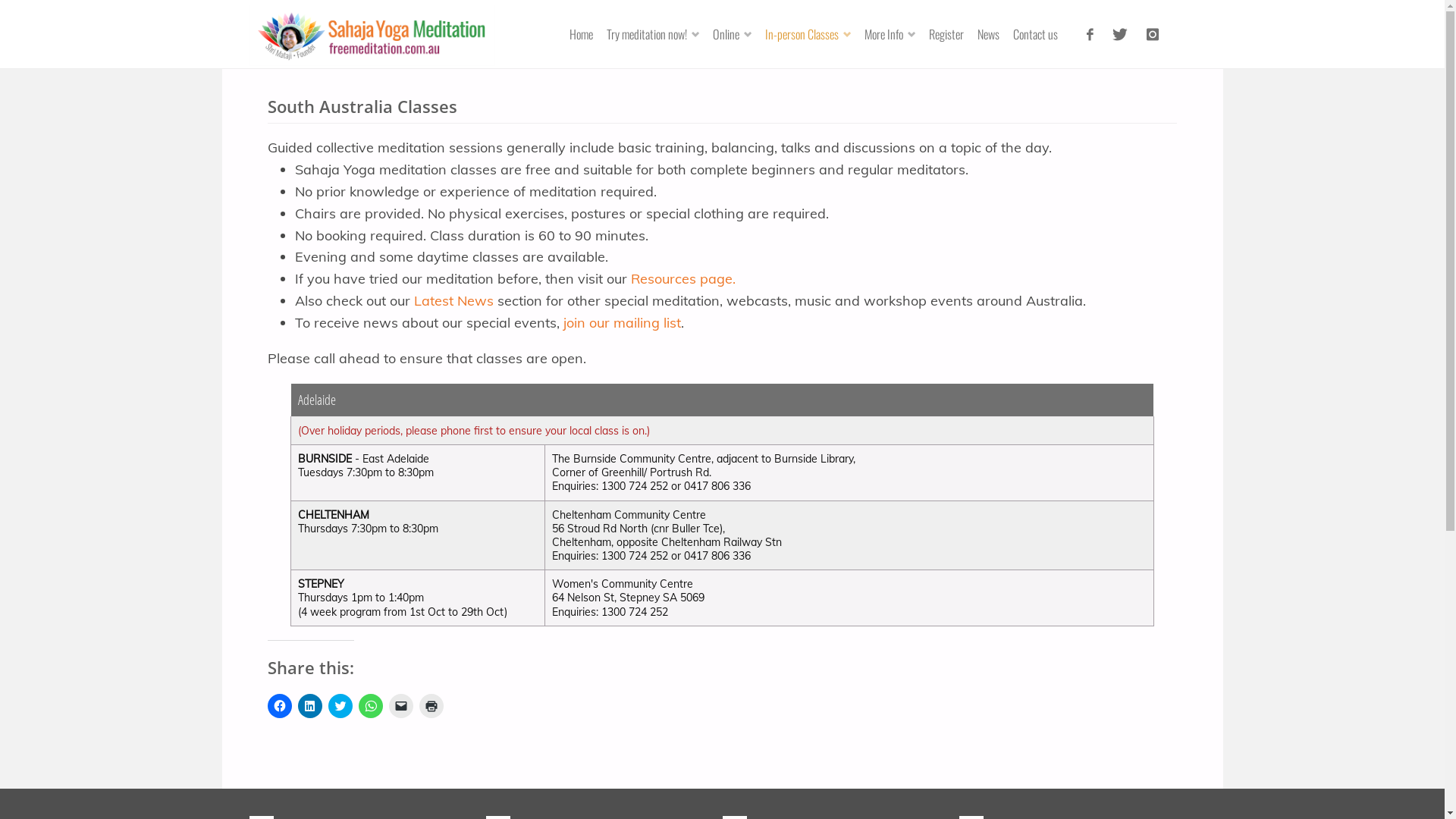  What do you see at coordinates (682, 278) in the screenshot?
I see `'Resources page.'` at bounding box center [682, 278].